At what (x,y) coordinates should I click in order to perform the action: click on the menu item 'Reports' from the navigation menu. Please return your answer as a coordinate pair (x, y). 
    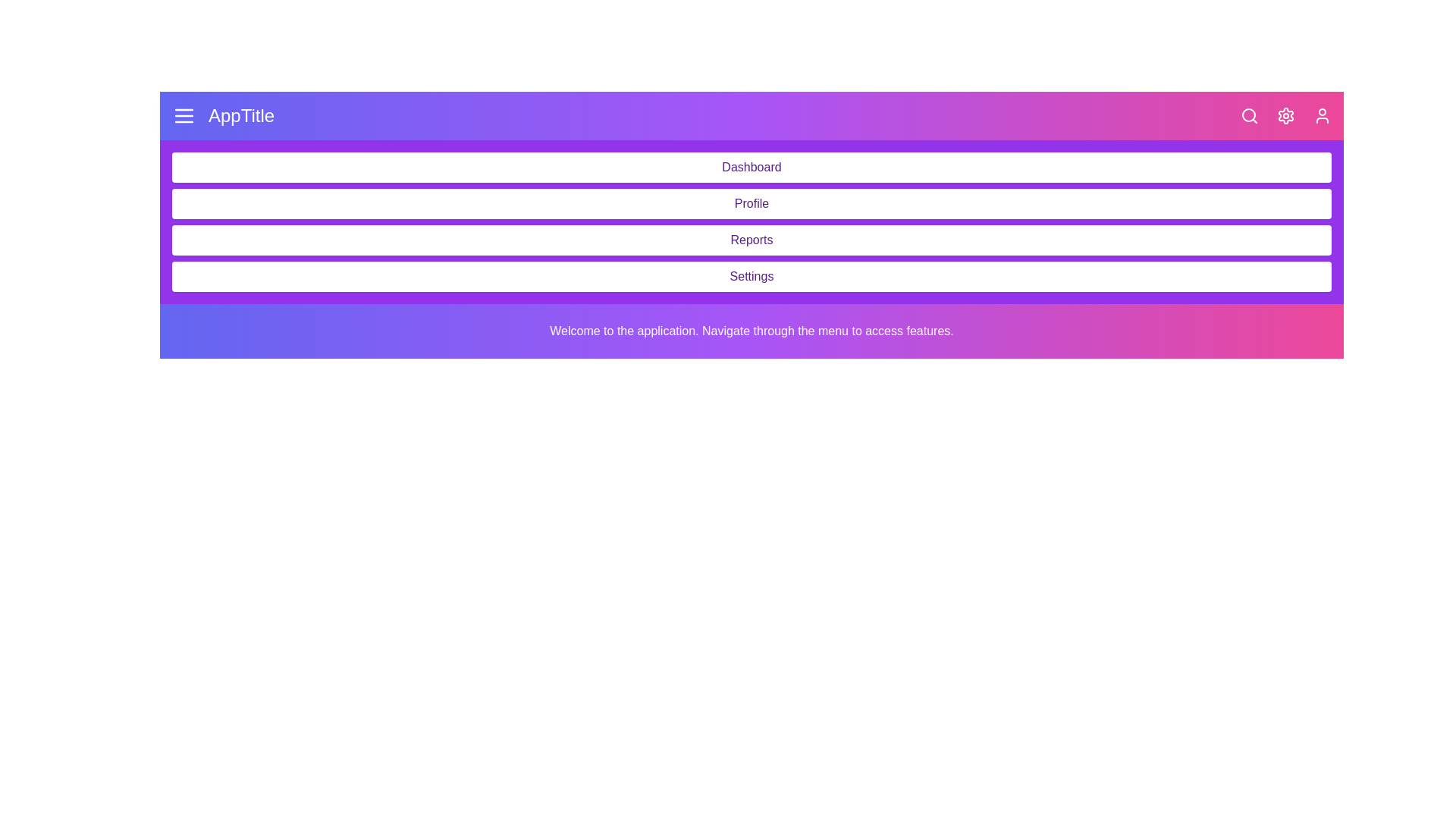
    Looking at the image, I should click on (752, 239).